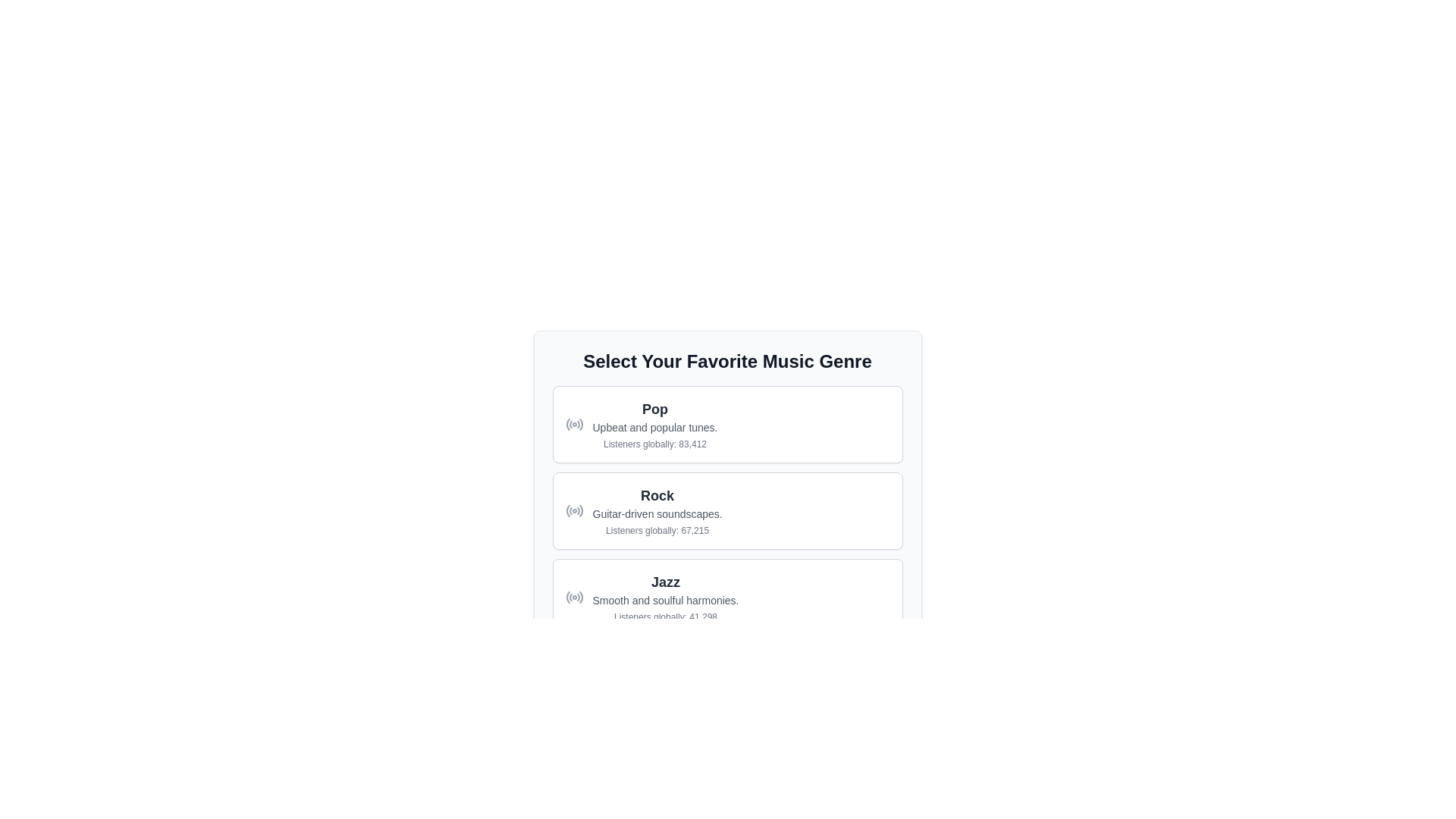  Describe the element at coordinates (573, 424) in the screenshot. I see `the radio icon representing broadcasting functionality located in the first option card labeled 'Pop', above the text 'Upbeat and popular tunes'` at that location.